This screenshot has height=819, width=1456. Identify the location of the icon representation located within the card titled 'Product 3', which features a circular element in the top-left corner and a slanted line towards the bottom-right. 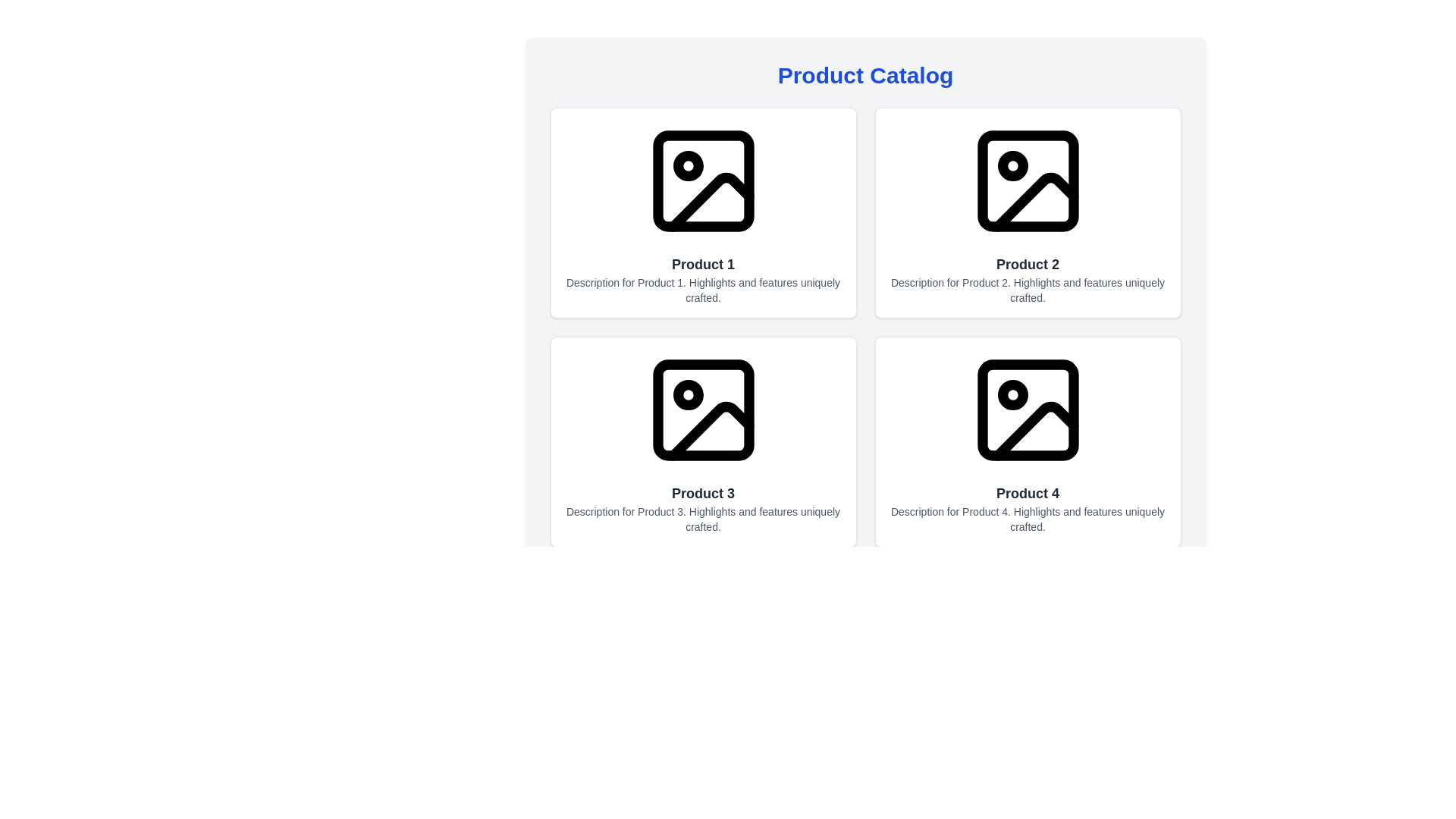
(702, 409).